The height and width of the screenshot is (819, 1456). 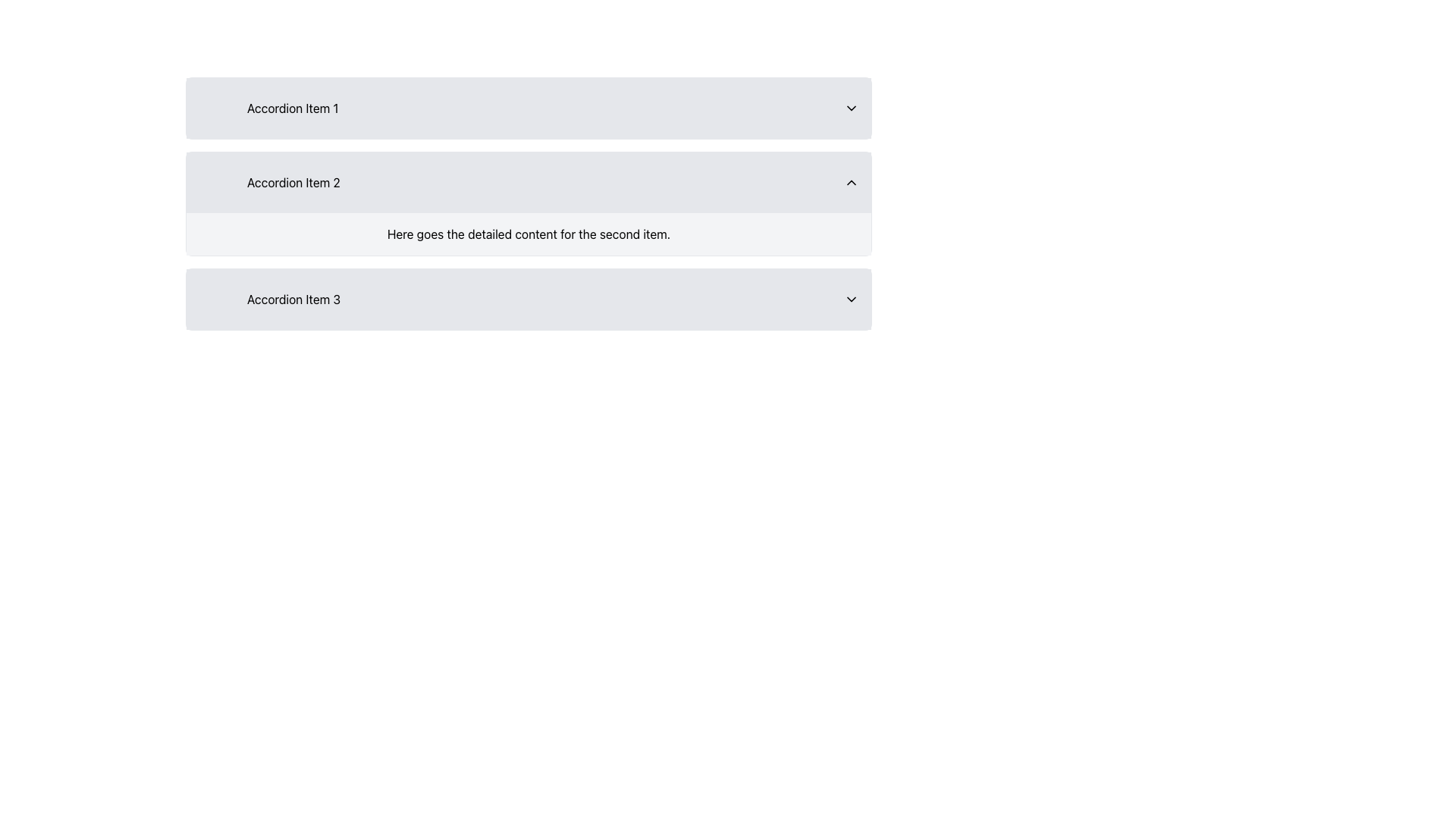 I want to click on the Text Label element displaying 'Accordion Item 2', so click(x=293, y=181).